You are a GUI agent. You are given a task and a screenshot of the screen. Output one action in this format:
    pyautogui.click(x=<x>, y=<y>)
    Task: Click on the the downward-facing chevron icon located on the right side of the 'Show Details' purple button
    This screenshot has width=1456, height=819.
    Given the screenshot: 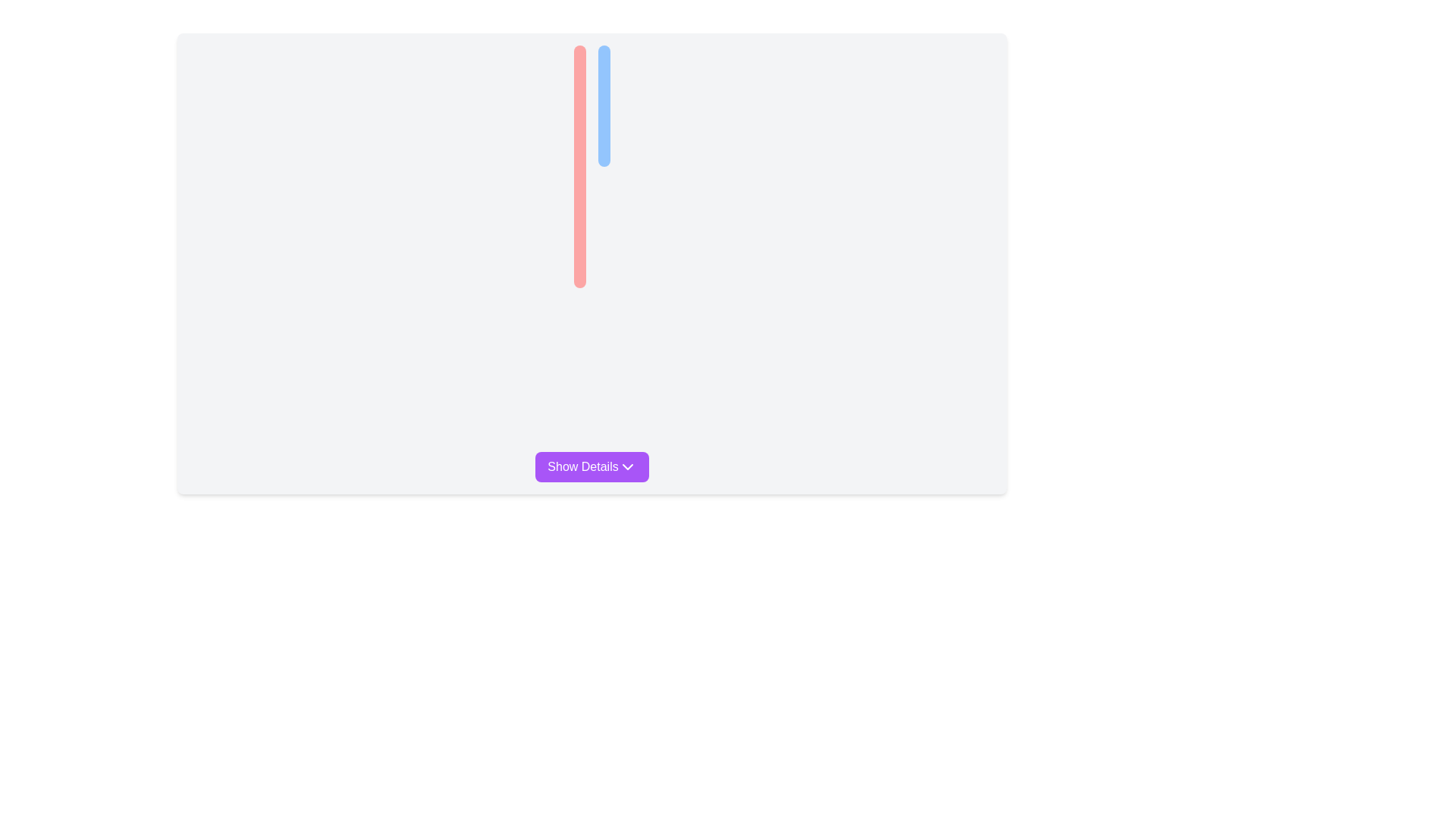 What is the action you would take?
    pyautogui.click(x=627, y=466)
    